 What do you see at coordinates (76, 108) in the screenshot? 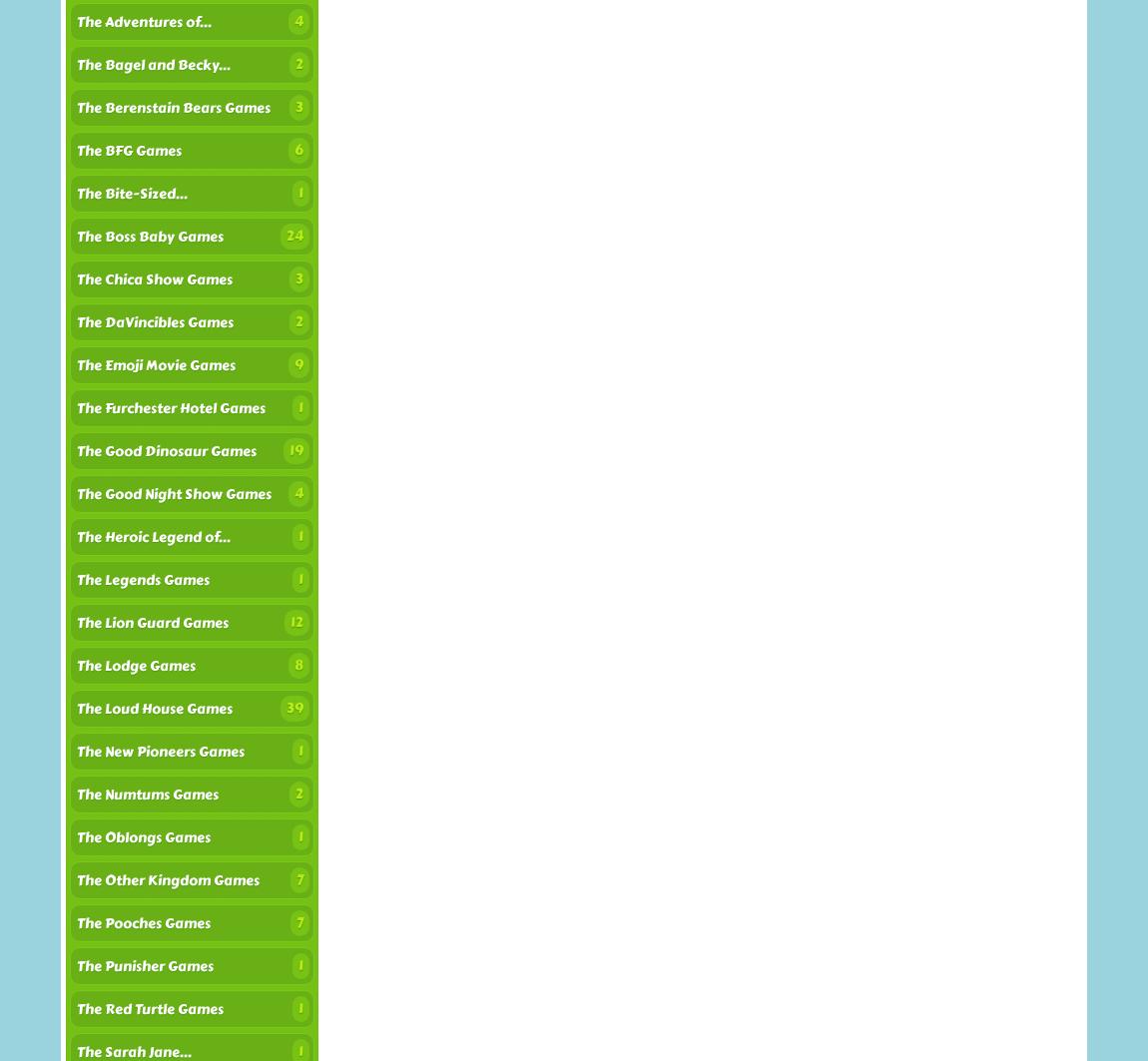
I see `'The Berenstain Bears Games'` at bounding box center [76, 108].